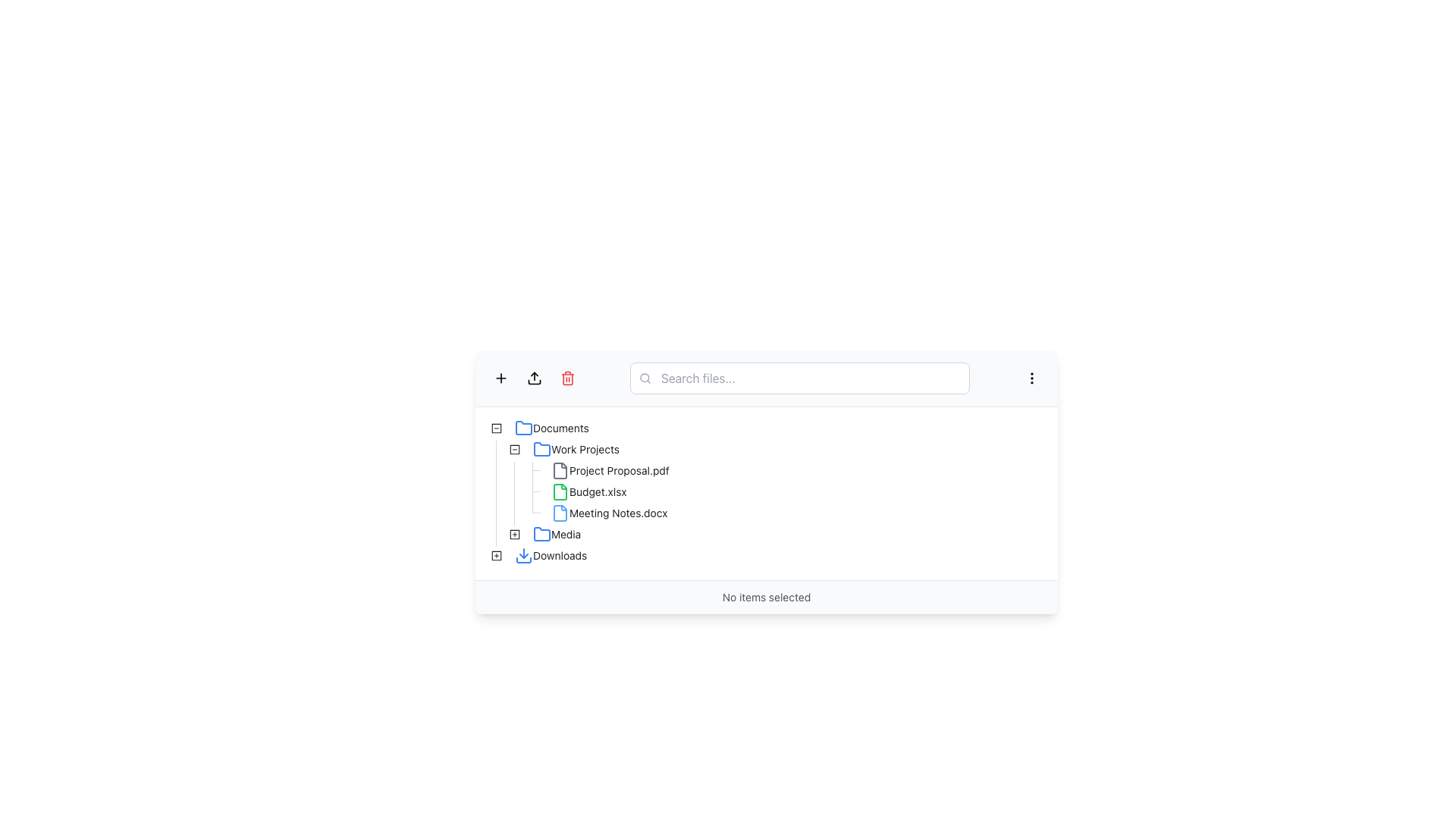 The image size is (1456, 819). I want to click on the vertical ellipsis icon located in the top-right portion of the user interface, which is part of a hovering rectangular button, so click(1031, 377).